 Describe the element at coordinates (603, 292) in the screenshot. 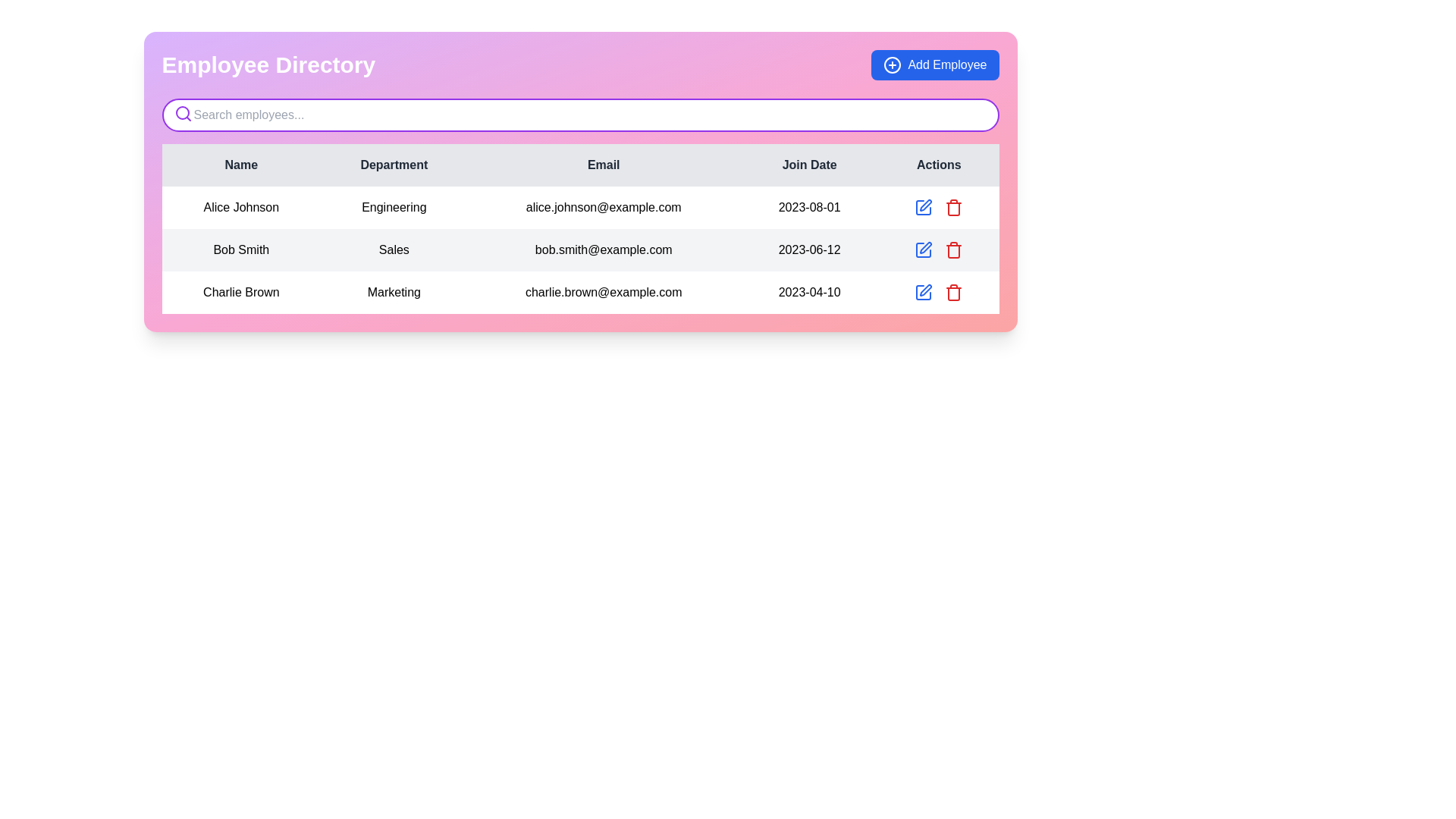

I see `the text element displaying the email address 'charlie.brown@example.com' located in the third row and third column of the table` at that location.